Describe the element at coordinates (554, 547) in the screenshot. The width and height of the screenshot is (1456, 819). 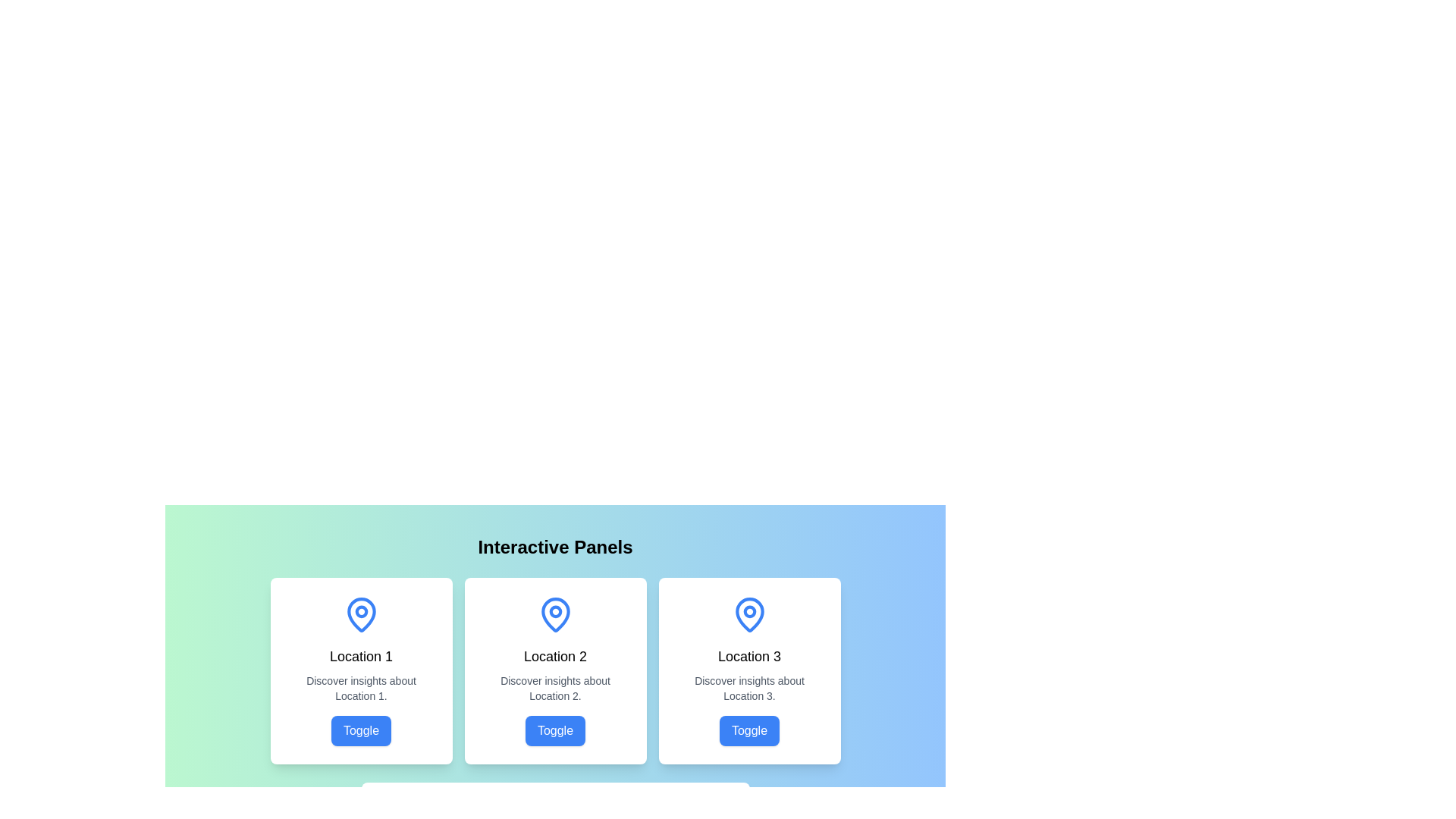
I see `text heading that introduces the interactive panels and provides context for the content, positioned at the top of the main content section` at that location.